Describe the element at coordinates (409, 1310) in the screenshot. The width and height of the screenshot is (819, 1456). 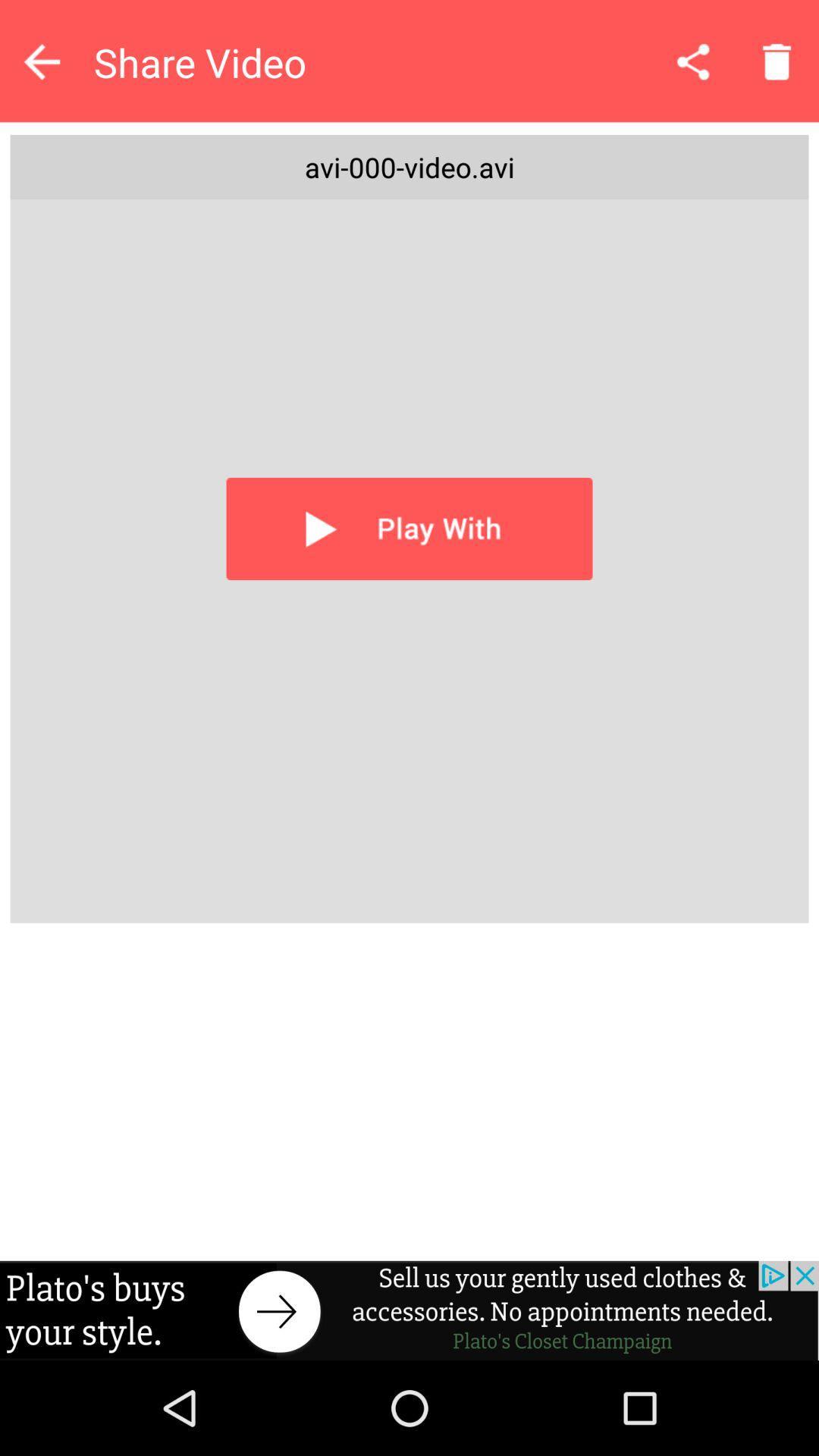
I see `advertisement banner` at that location.